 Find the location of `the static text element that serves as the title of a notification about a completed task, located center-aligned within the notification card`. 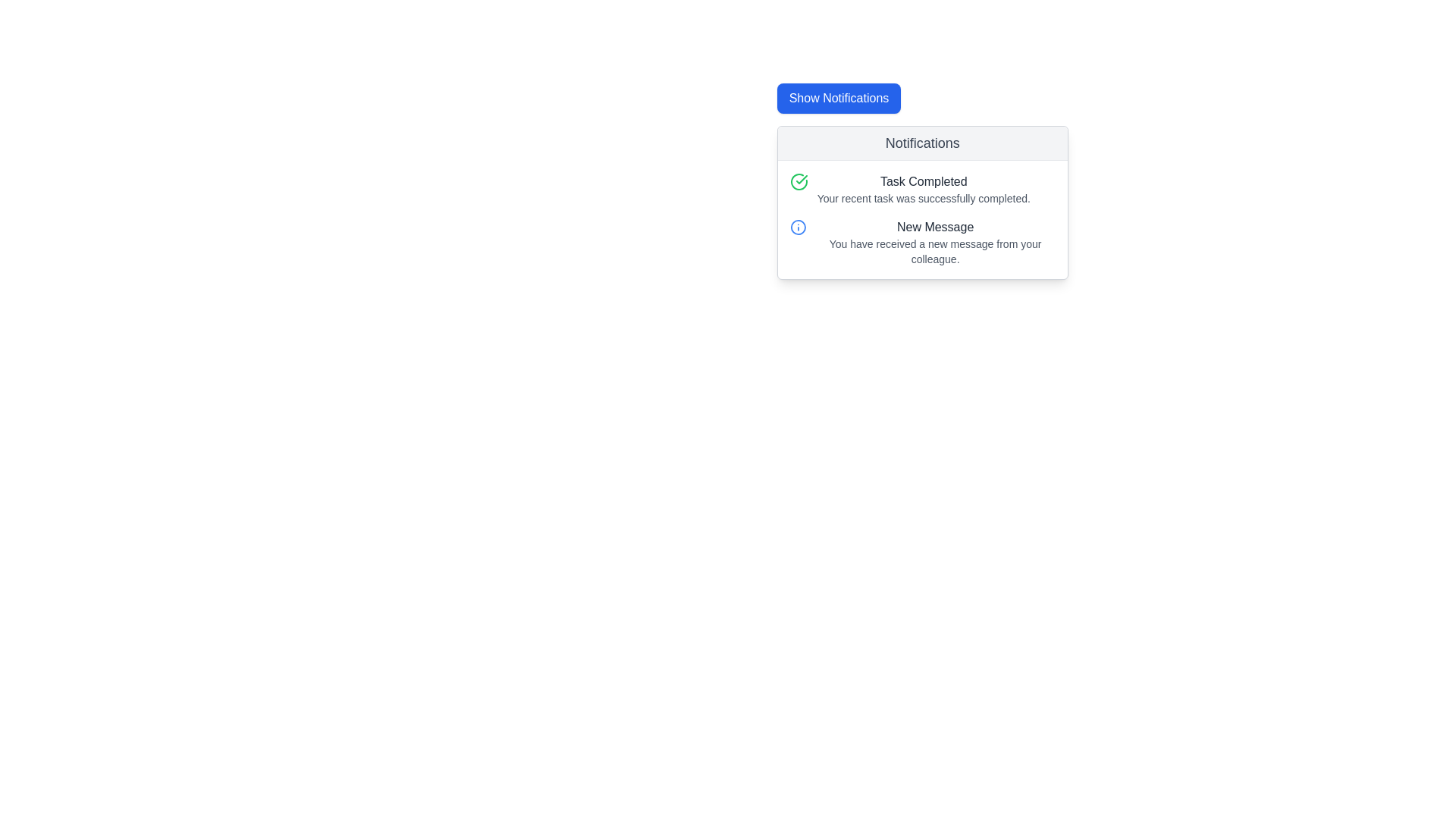

the static text element that serves as the title of a notification about a completed task, located center-aligned within the notification card is located at coordinates (923, 180).